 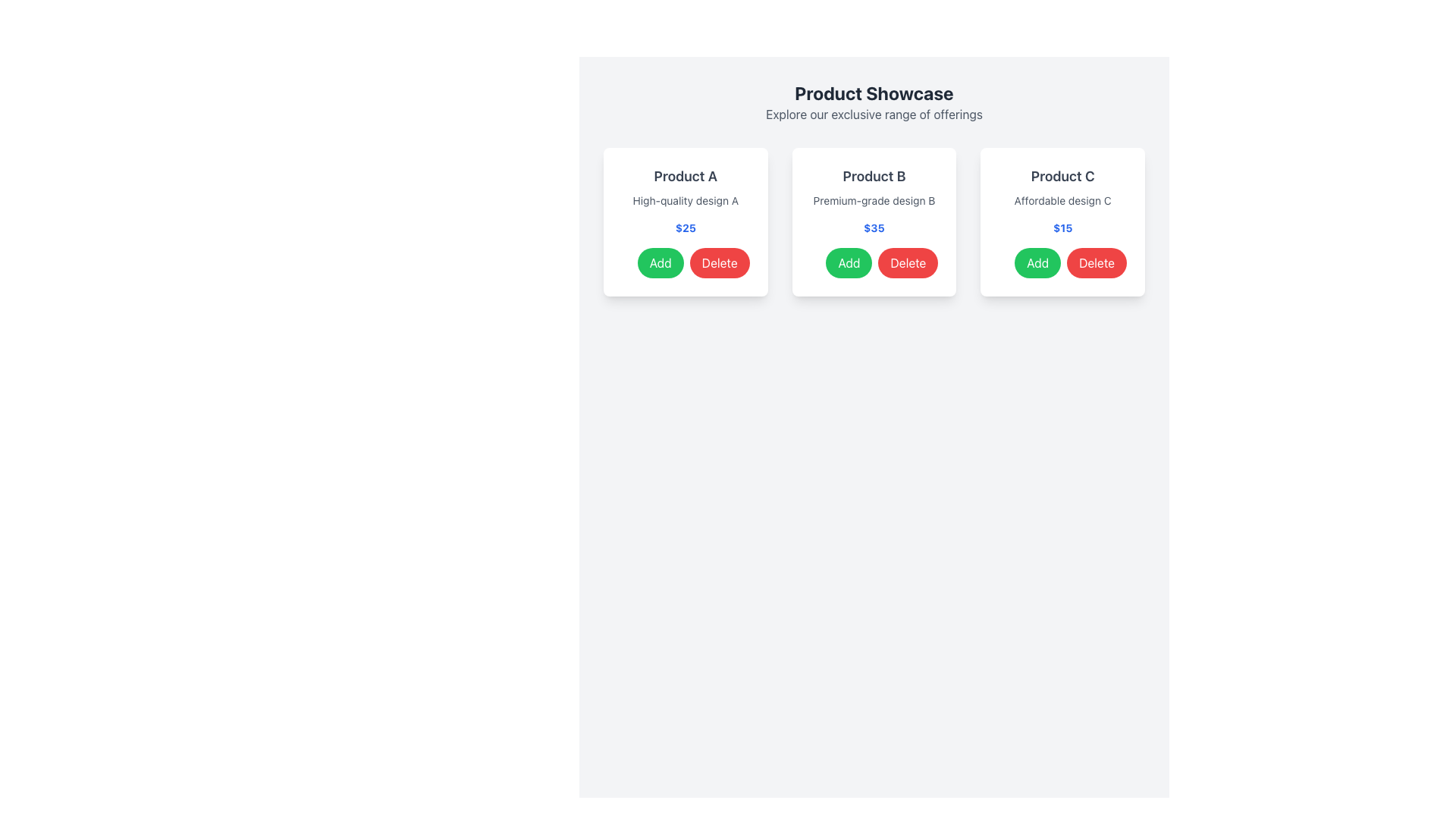 What do you see at coordinates (1062, 222) in the screenshot?
I see `the 'Add' button on the Interactive product card located in the rightmost column of the product showcase grid` at bounding box center [1062, 222].